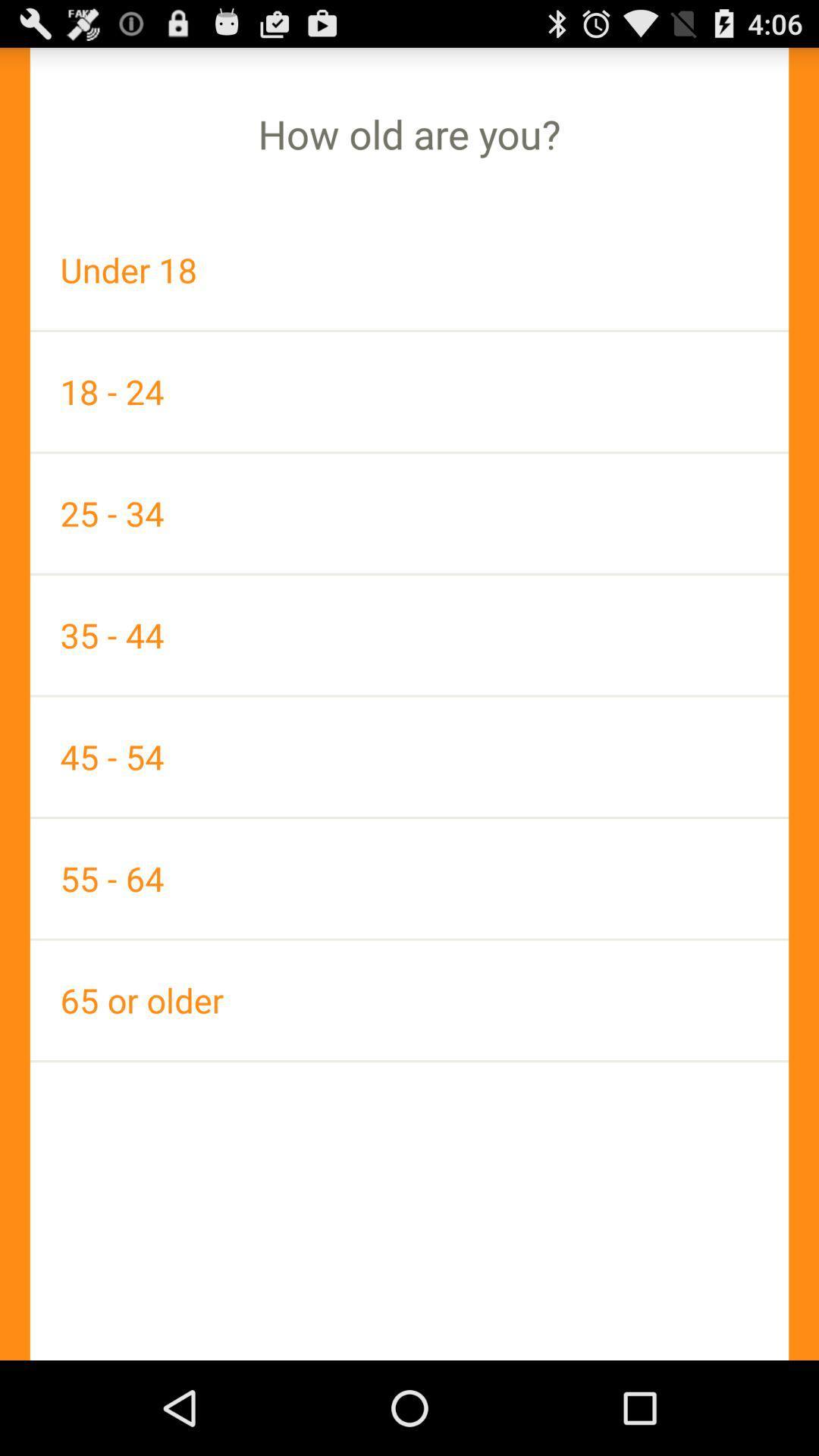 This screenshot has width=819, height=1456. Describe the element at coordinates (409, 513) in the screenshot. I see `the item below 18 - 24 app` at that location.